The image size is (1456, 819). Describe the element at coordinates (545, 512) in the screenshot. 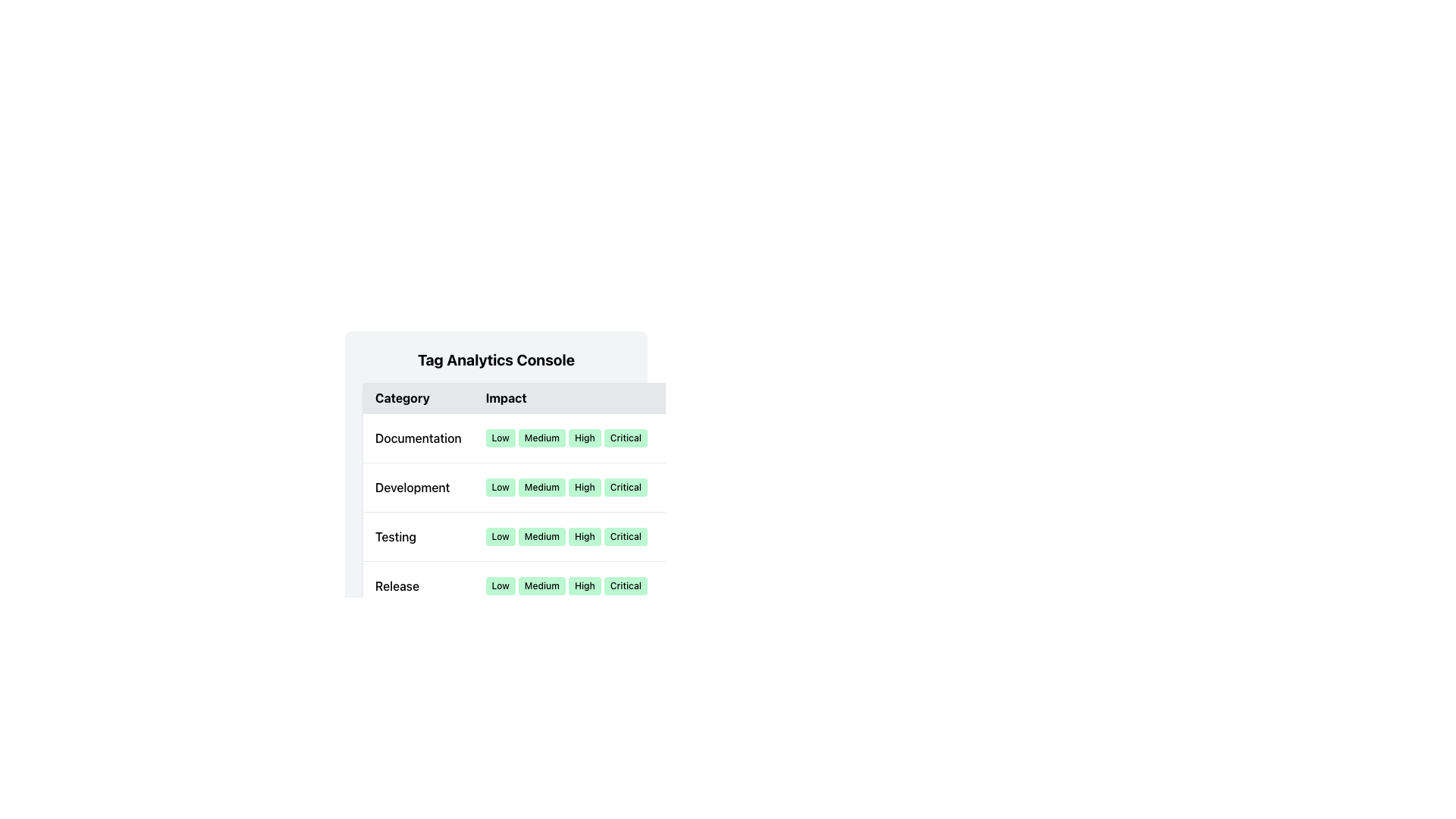

I see `the buttons in the row labeled 'Development' within the table, which contains status options like 'Low,' 'Medium,' 'High,' and 'Critical.'` at that location.